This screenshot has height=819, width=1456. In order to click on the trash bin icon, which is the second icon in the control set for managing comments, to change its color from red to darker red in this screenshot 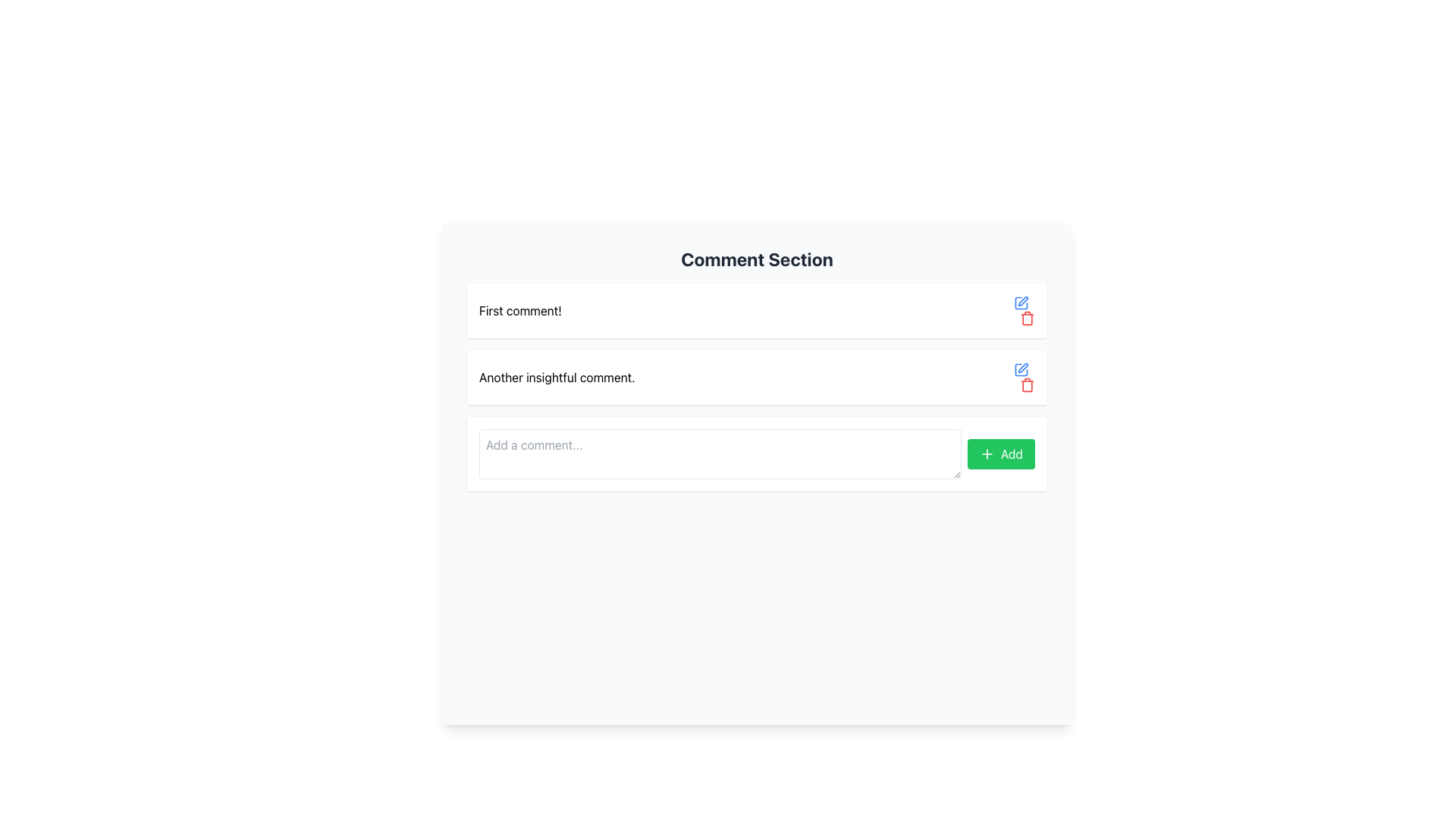, I will do `click(1027, 318)`.